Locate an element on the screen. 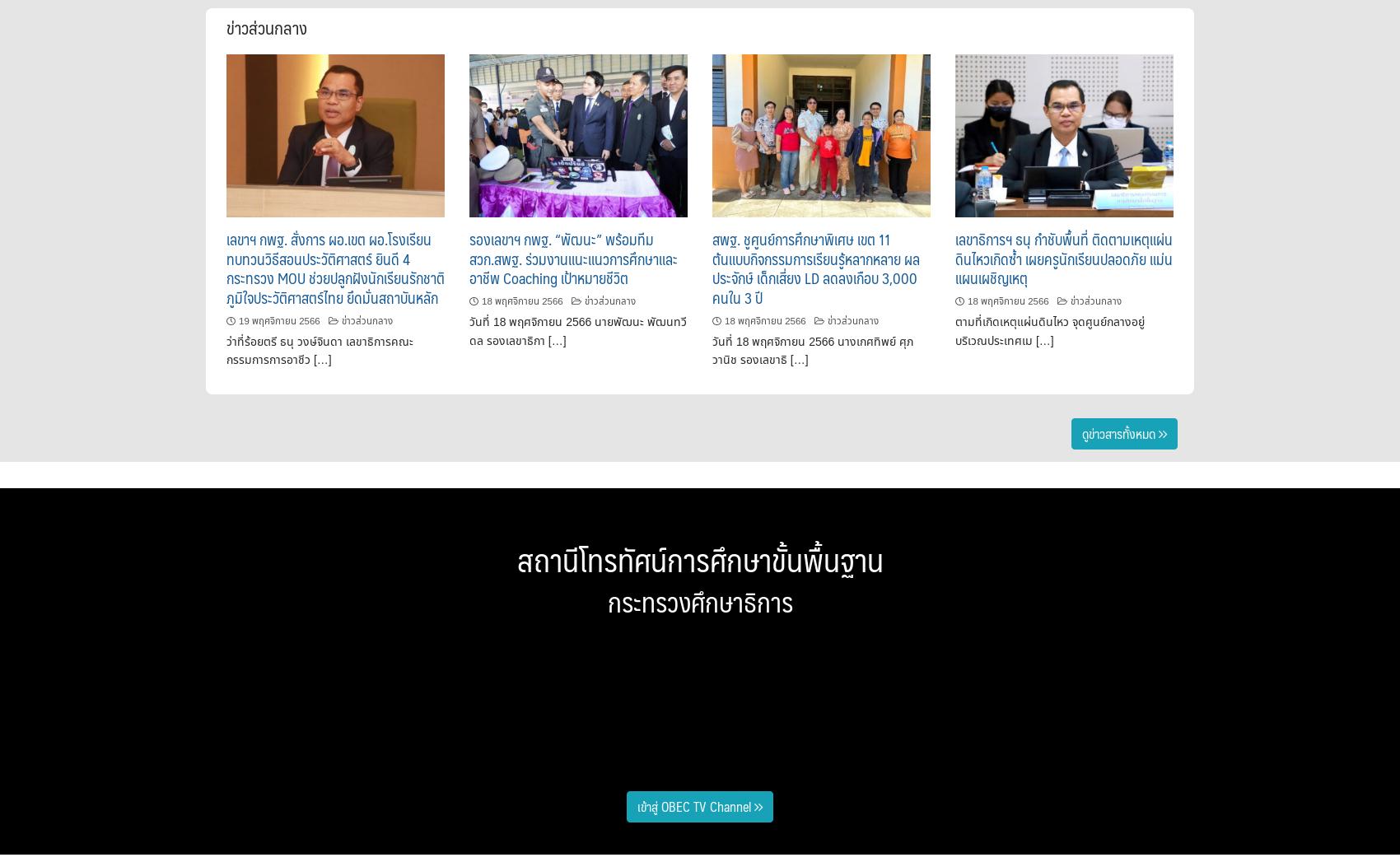 This screenshot has width=1400, height=862. 'ว่าที่ร้อยตรี ธนุ วงษ์จินดา เลขาธิการคณะกรรมการการอาชีว […]' is located at coordinates (318, 349).